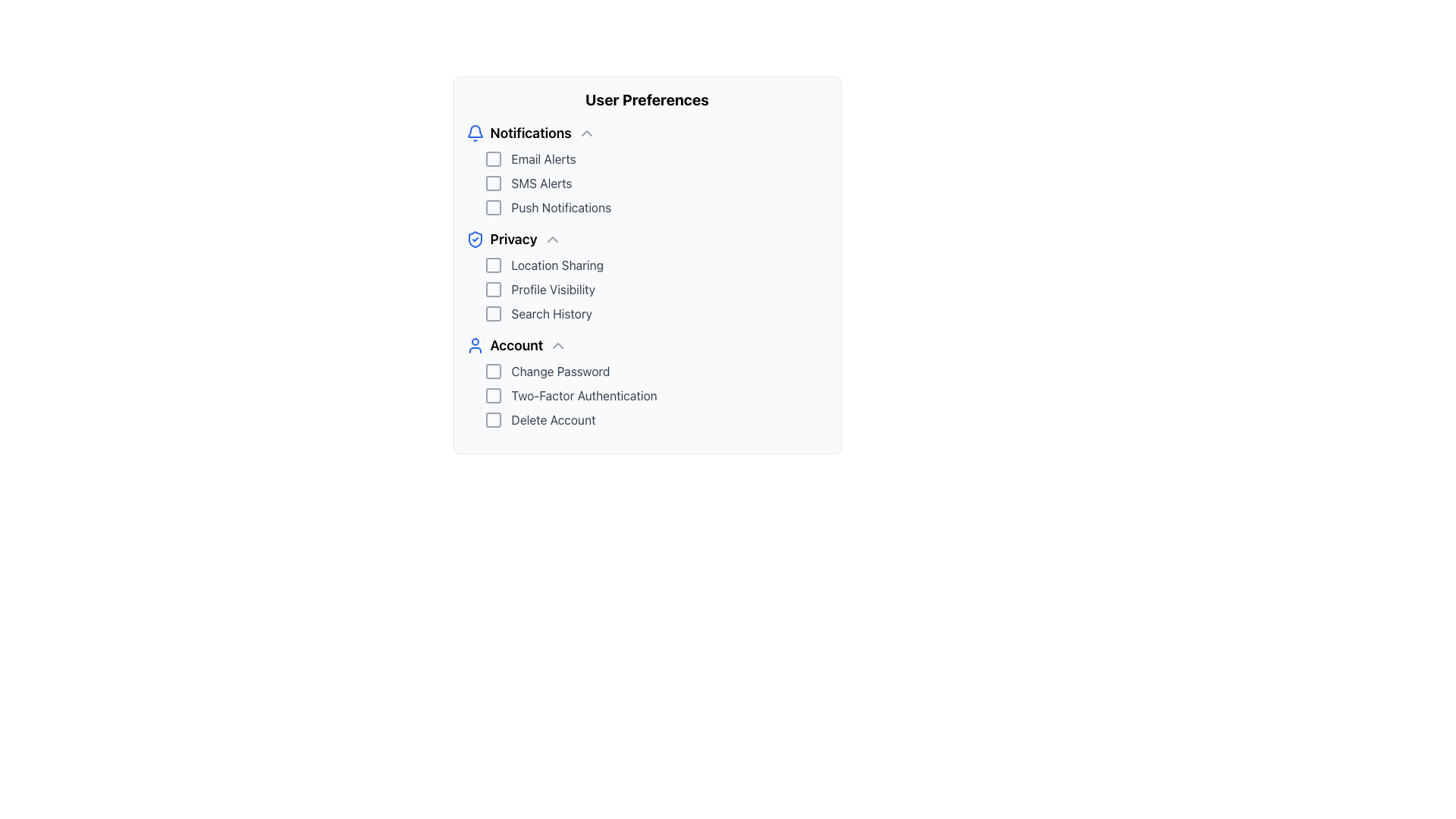 The height and width of the screenshot is (819, 1456). What do you see at coordinates (493, 207) in the screenshot?
I see `the empty checkbox located in the 'Notifications' section of the 'User Preferences' menu, positioned to the left of the 'Push Notifications' label` at bounding box center [493, 207].